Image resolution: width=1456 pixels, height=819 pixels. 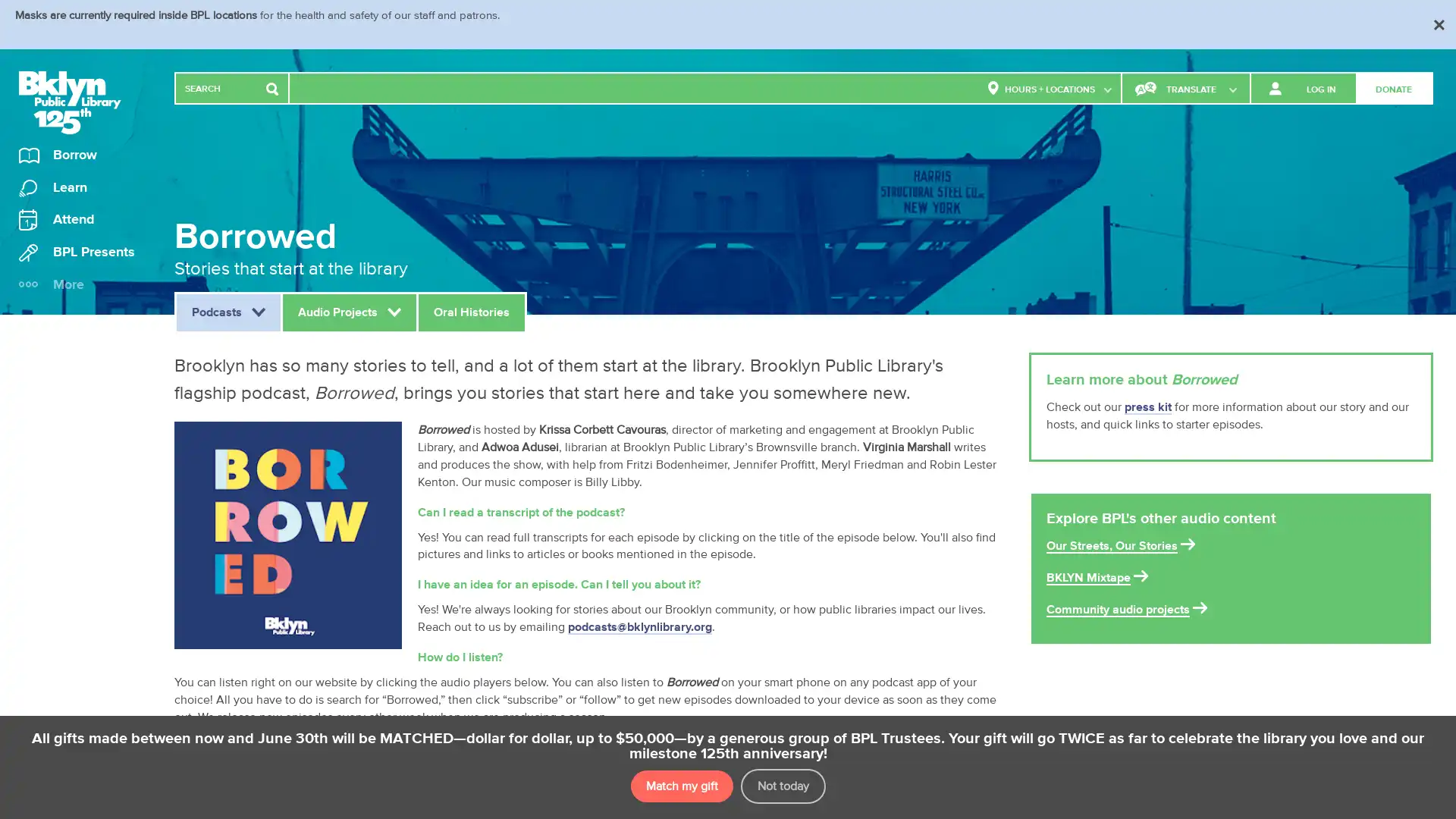 What do you see at coordinates (783, 786) in the screenshot?
I see `Not today` at bounding box center [783, 786].